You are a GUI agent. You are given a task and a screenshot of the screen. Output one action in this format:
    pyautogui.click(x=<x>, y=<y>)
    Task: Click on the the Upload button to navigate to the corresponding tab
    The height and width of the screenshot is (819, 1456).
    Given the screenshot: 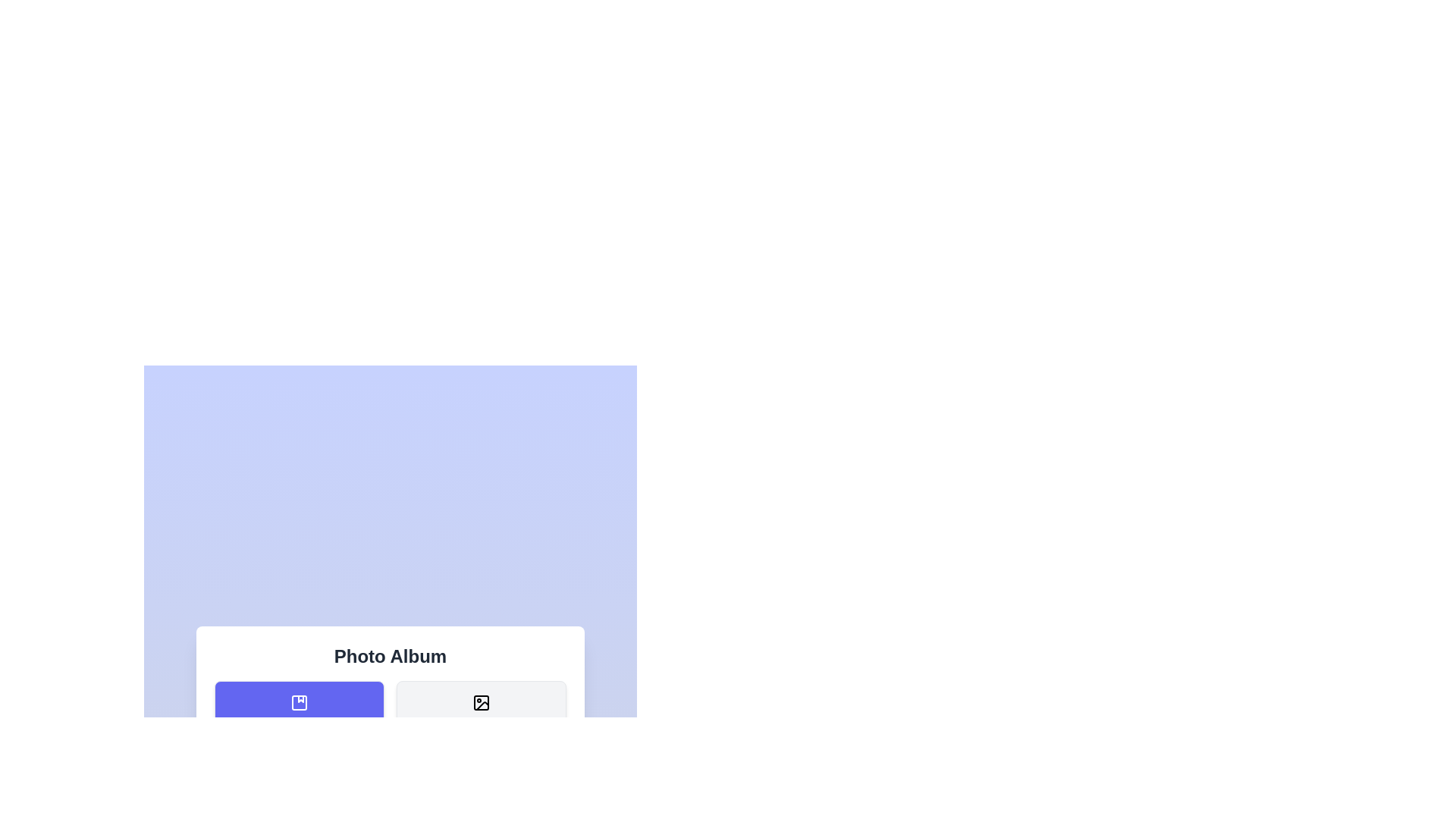 What is the action you would take?
    pyautogui.click(x=299, y=789)
    